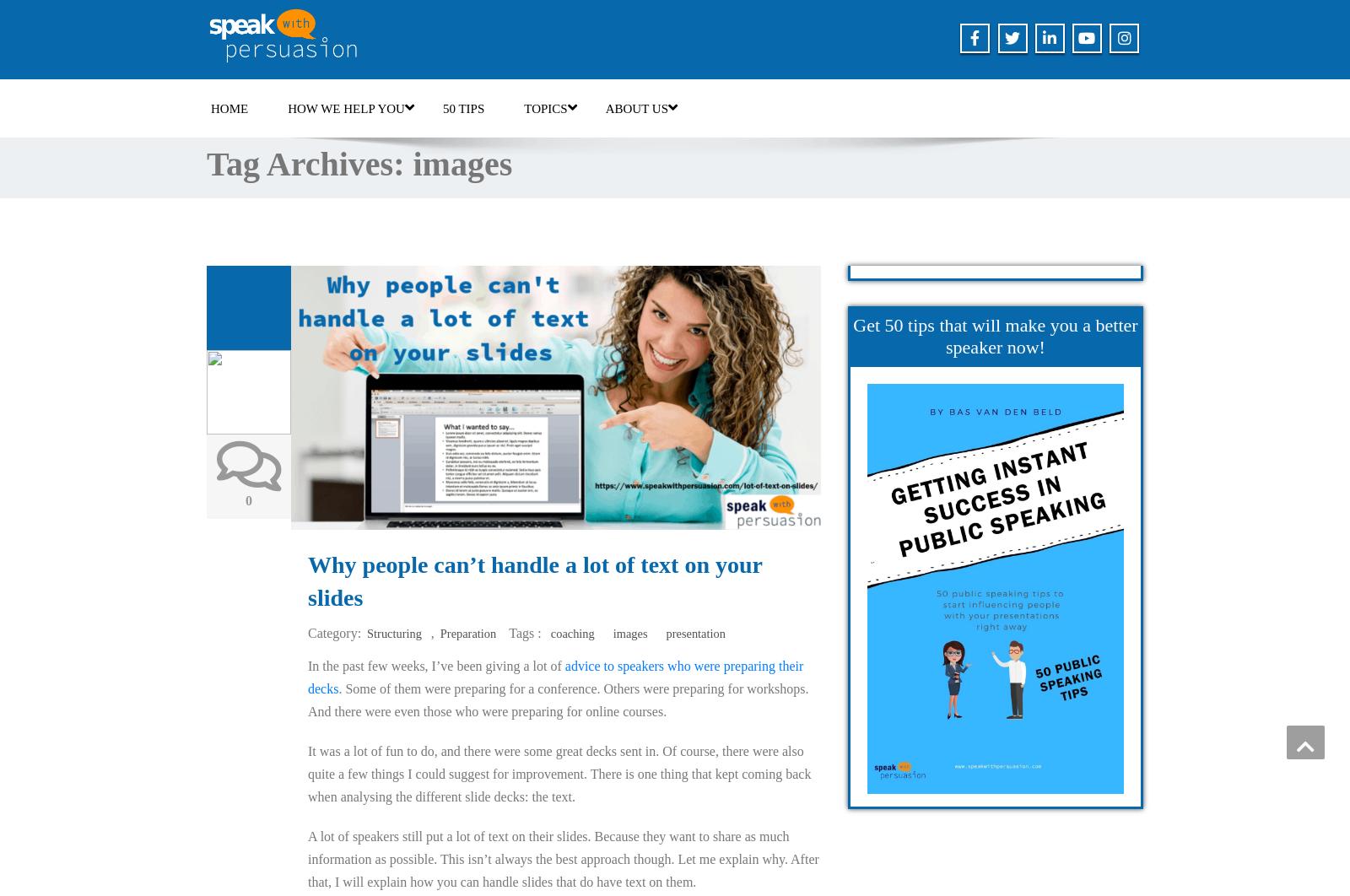 This screenshot has height=896, width=1350. I want to click on '50 Tips', so click(441, 109).